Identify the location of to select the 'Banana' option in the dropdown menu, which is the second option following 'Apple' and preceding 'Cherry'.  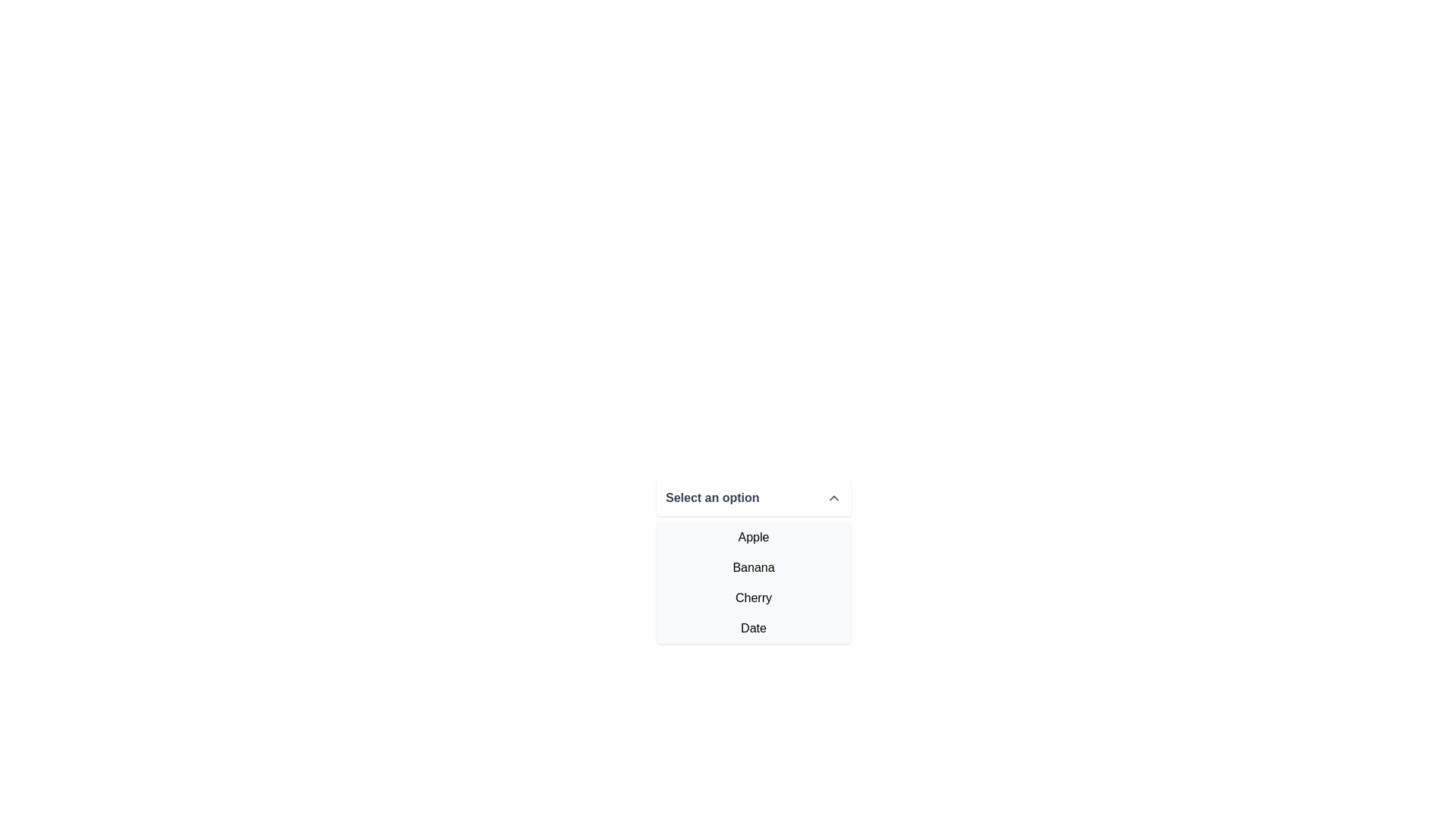
(753, 561).